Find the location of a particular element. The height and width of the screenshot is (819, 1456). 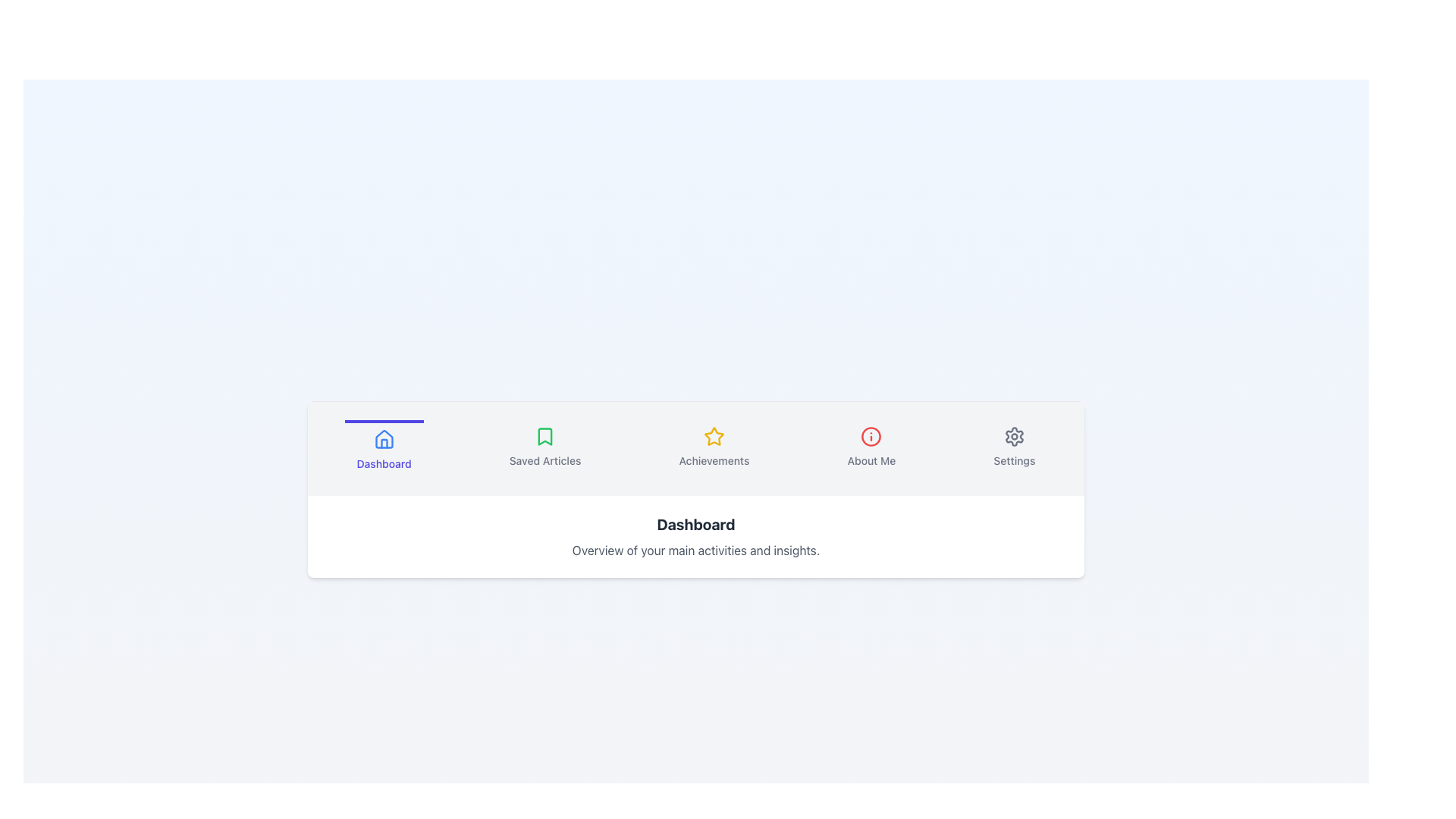

the central red outlined circular graphic with a white fill, located in the 'About Me' section of the navigation bar is located at coordinates (871, 436).